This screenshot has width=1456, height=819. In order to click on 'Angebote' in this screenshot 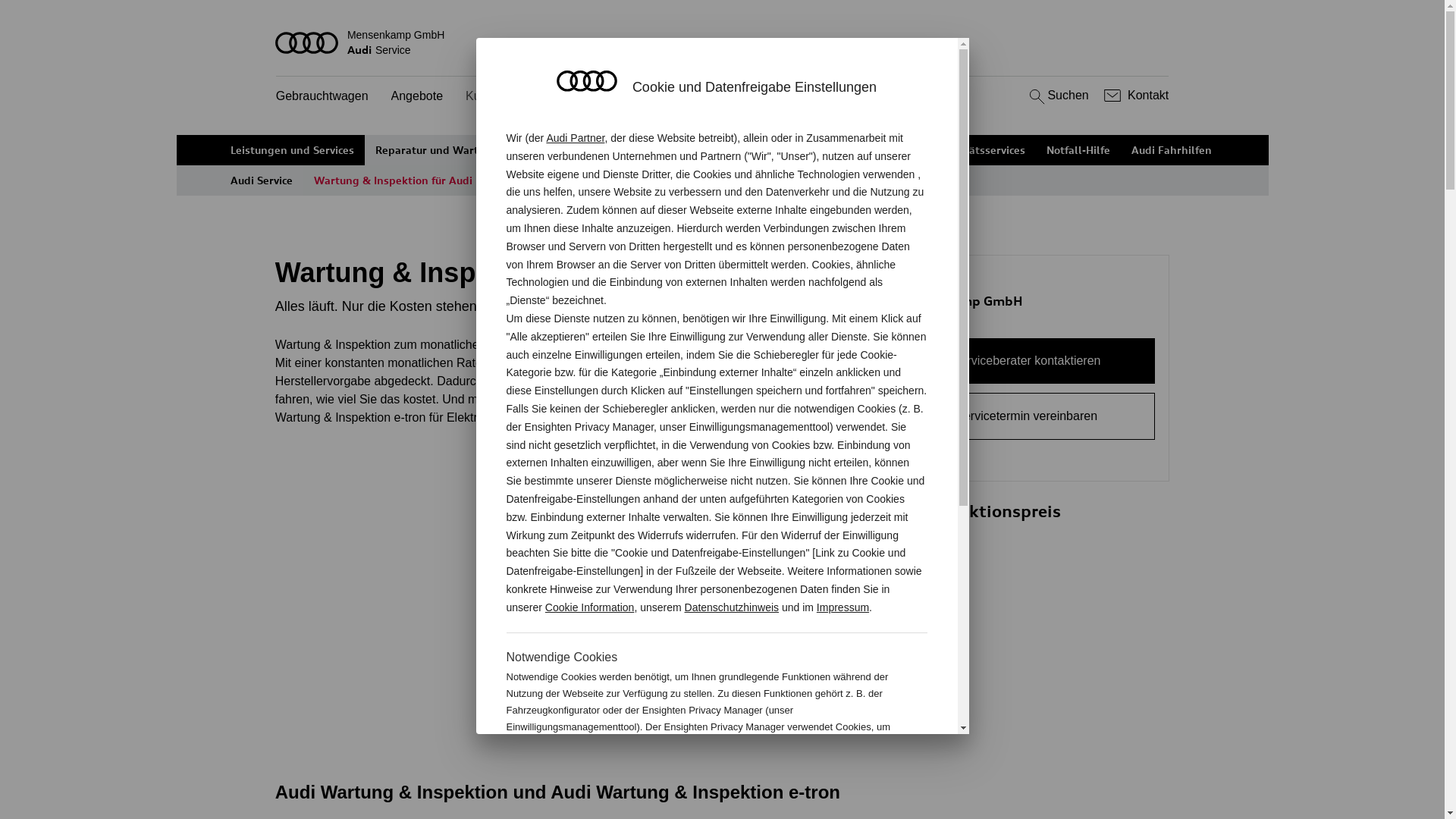, I will do `click(417, 96)`.